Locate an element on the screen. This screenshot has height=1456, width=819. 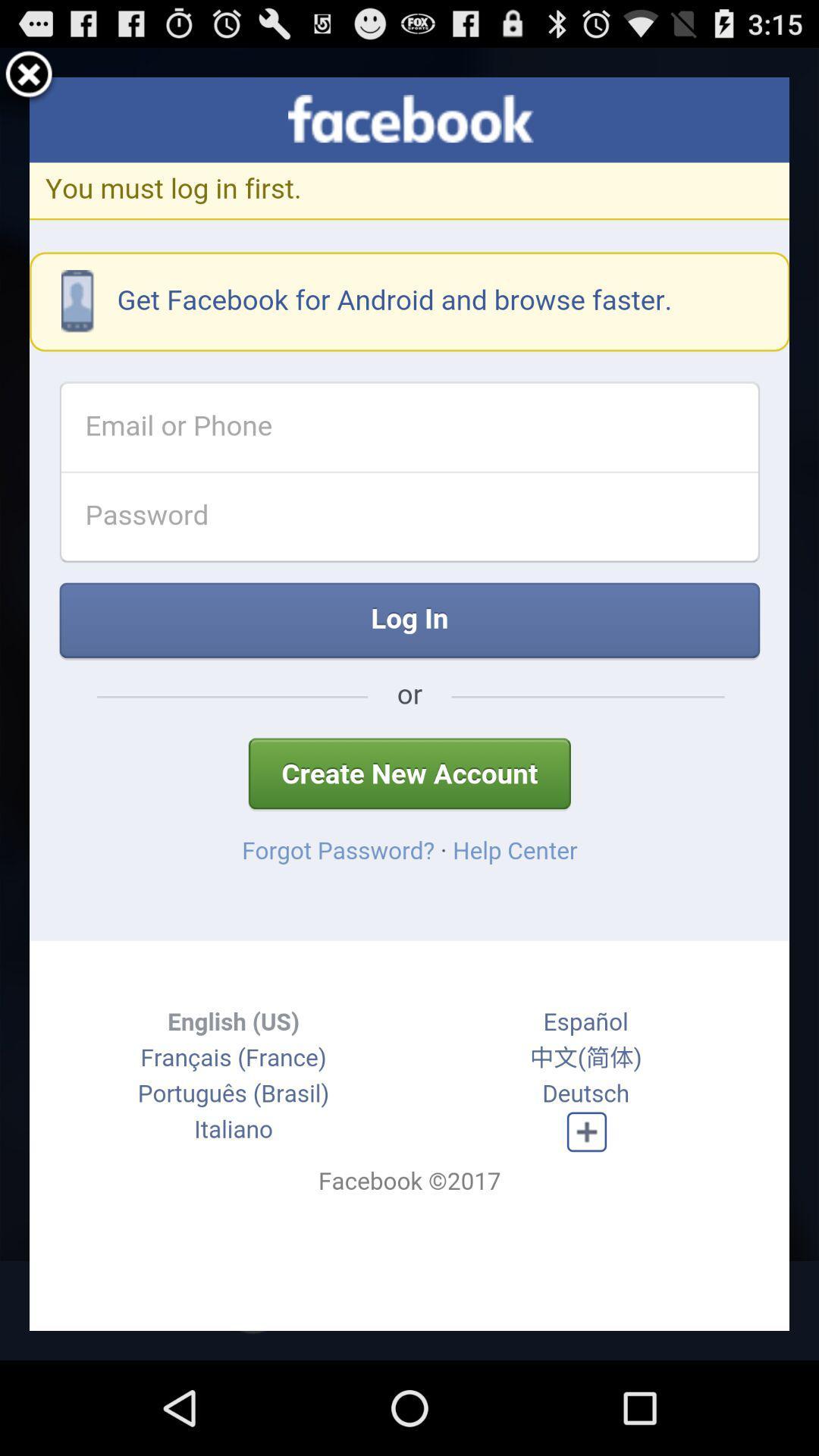
the close icon is located at coordinates (29, 81).